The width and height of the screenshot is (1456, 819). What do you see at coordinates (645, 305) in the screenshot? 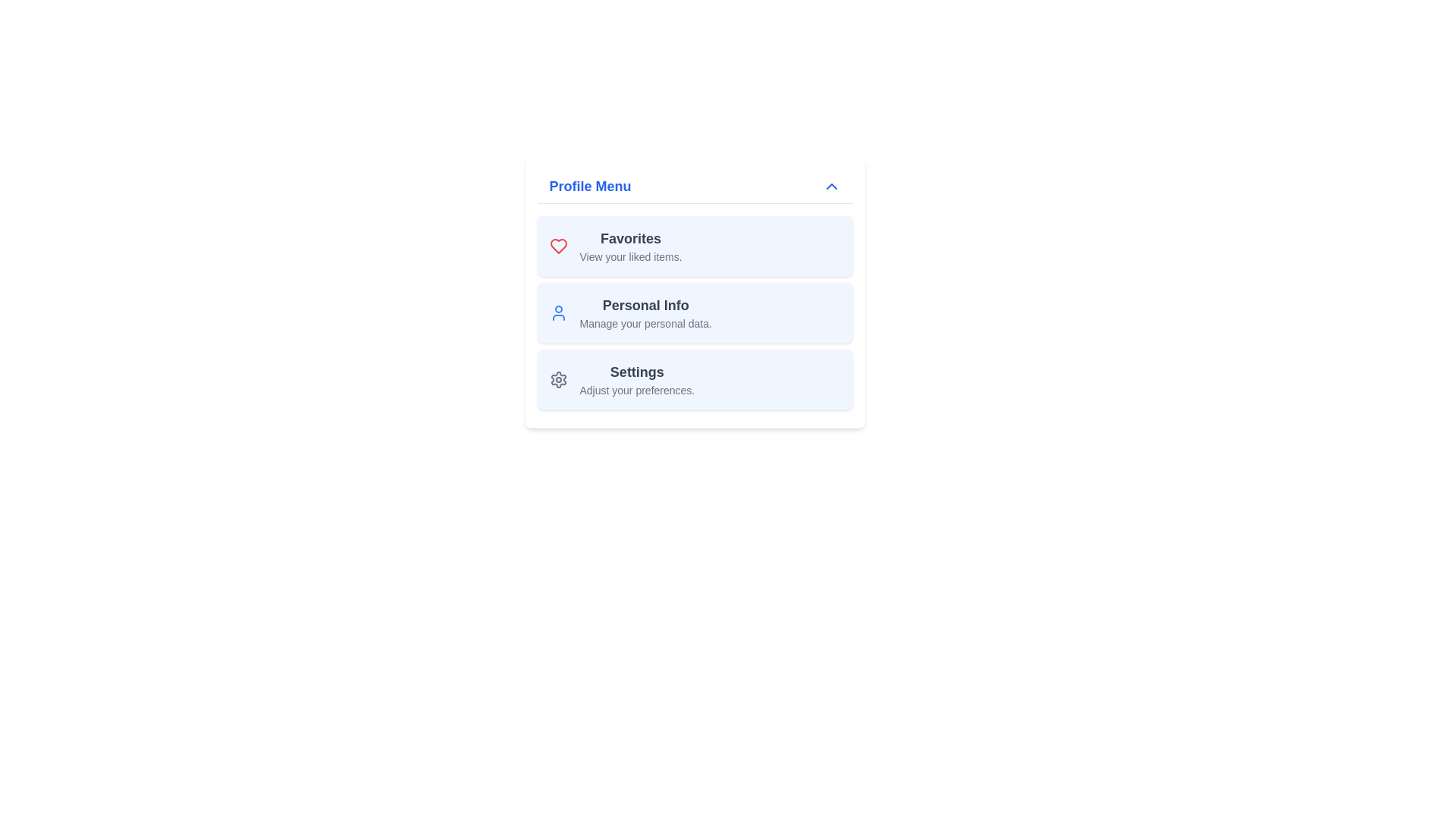
I see `the Label that serves as a heading for managing personal data, which is centrally aligned above the text 'Manage your personal data.'` at bounding box center [645, 305].